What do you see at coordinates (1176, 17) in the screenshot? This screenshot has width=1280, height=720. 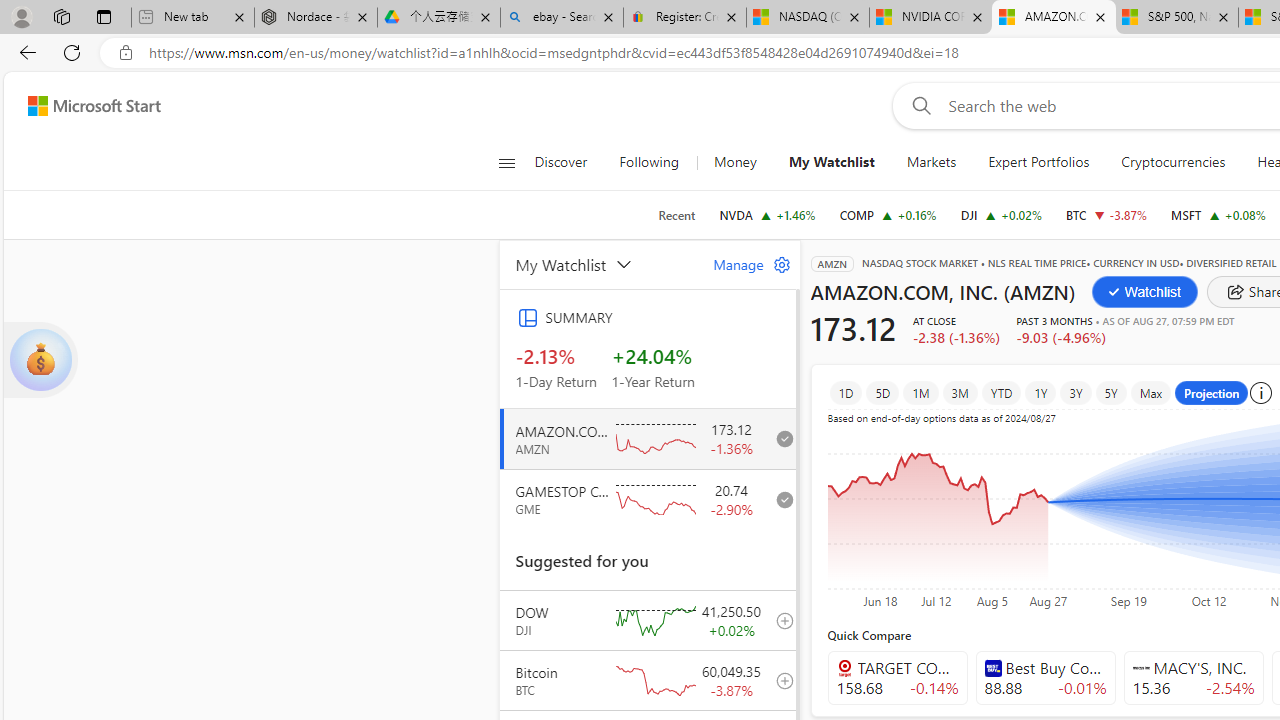 I see `'S&P 500, Nasdaq end lower, weighed by Nvidia dip | Watch'` at bounding box center [1176, 17].